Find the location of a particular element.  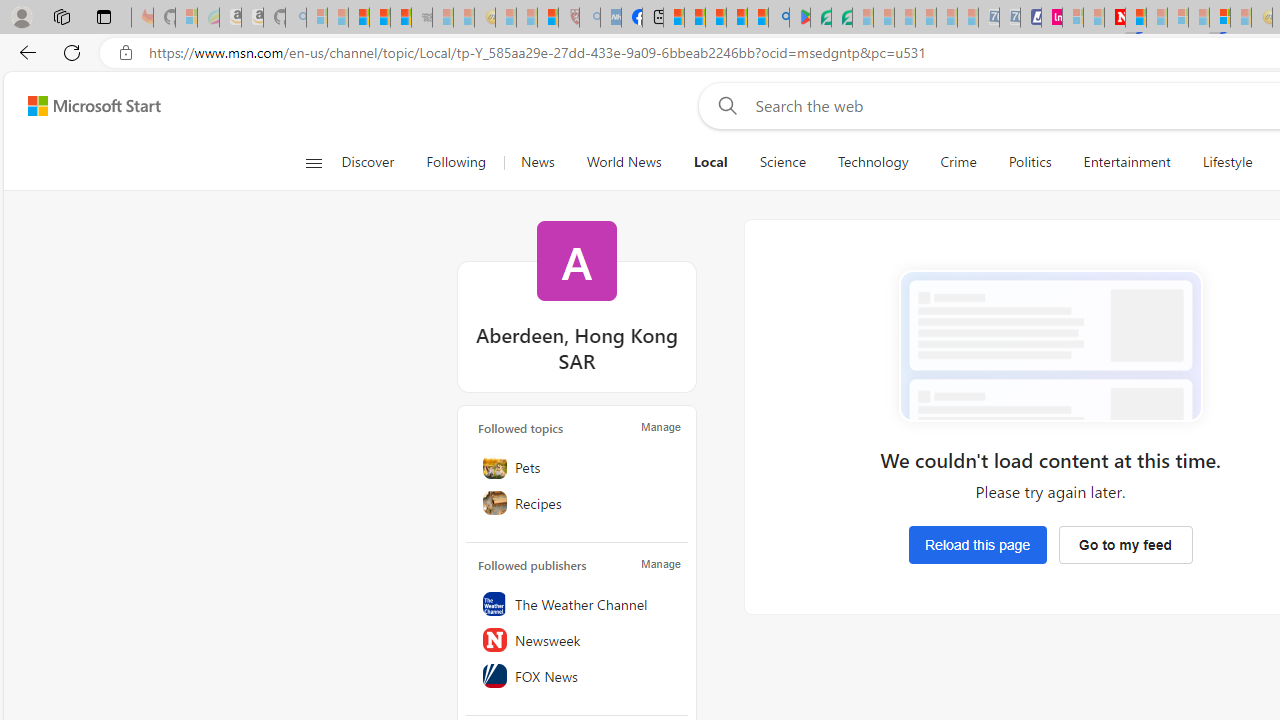

'Jobs - lastminute.com Investor Portal' is located at coordinates (1051, 17).